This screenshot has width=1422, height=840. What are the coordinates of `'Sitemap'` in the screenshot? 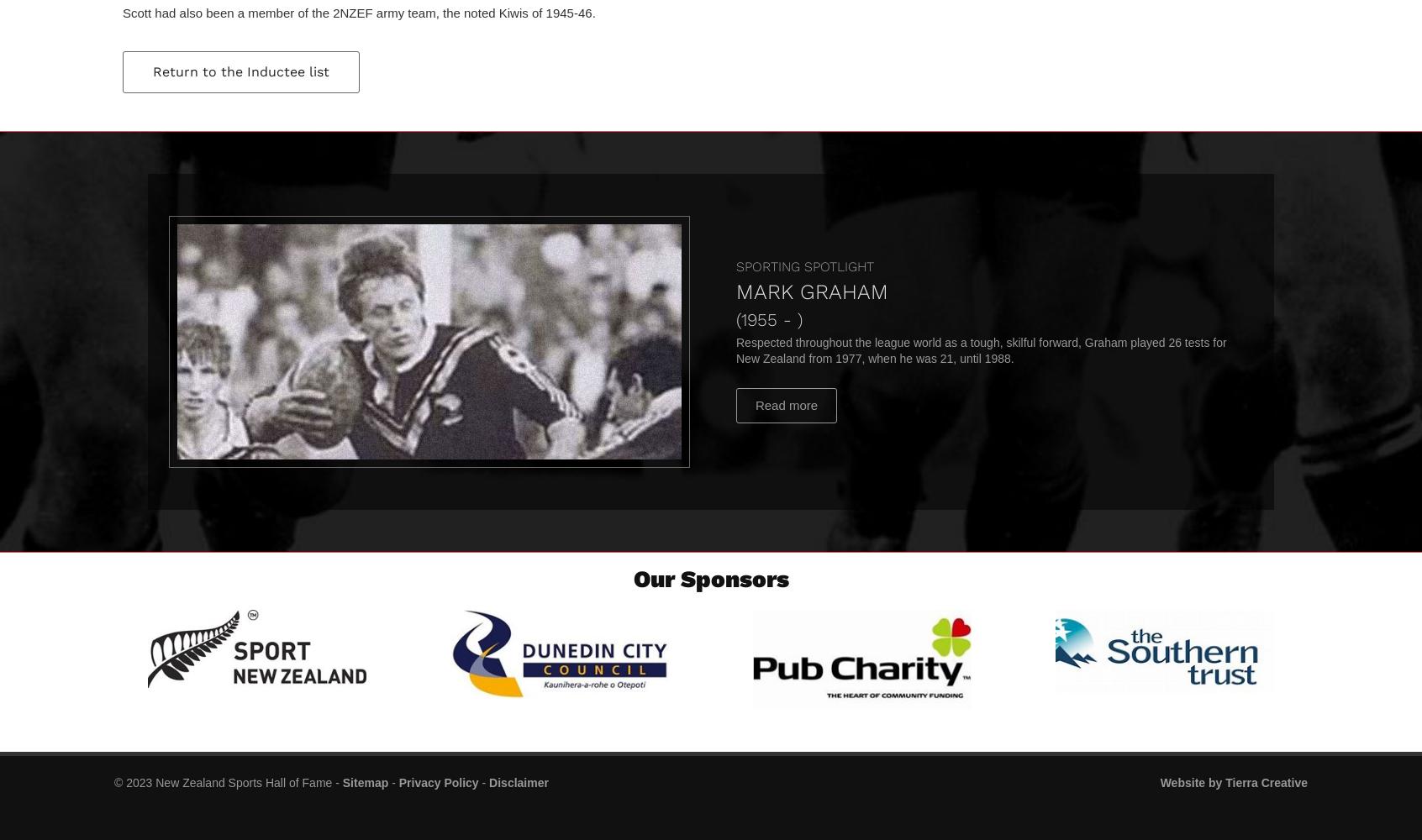 It's located at (364, 782).